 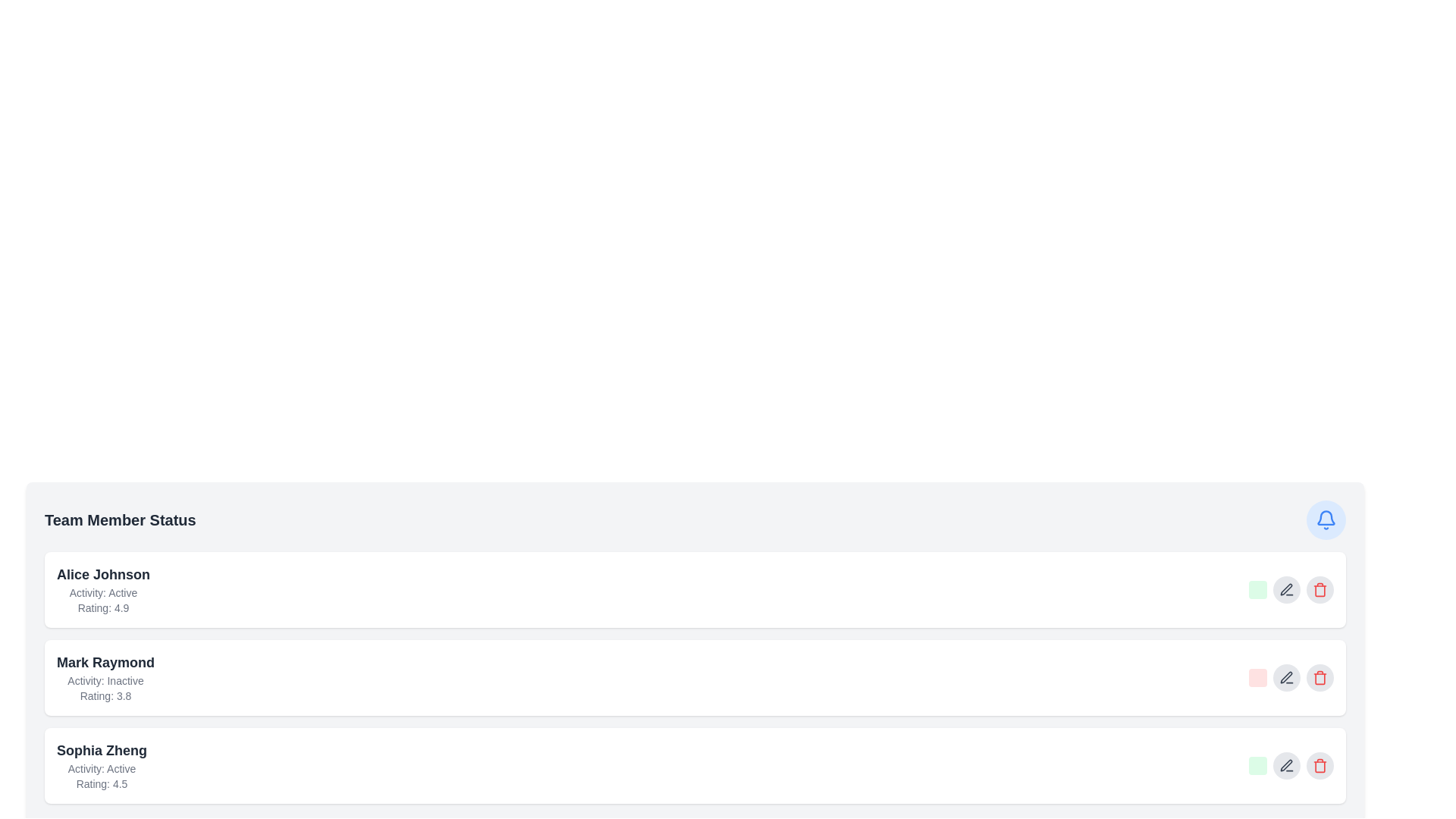 What do you see at coordinates (105, 662) in the screenshot?
I see `the static text label displaying the name 'Mark Raymond', which is located in the 'Team Member Status' list, specifically in the second position, indicating significance with its bold, large font` at bounding box center [105, 662].